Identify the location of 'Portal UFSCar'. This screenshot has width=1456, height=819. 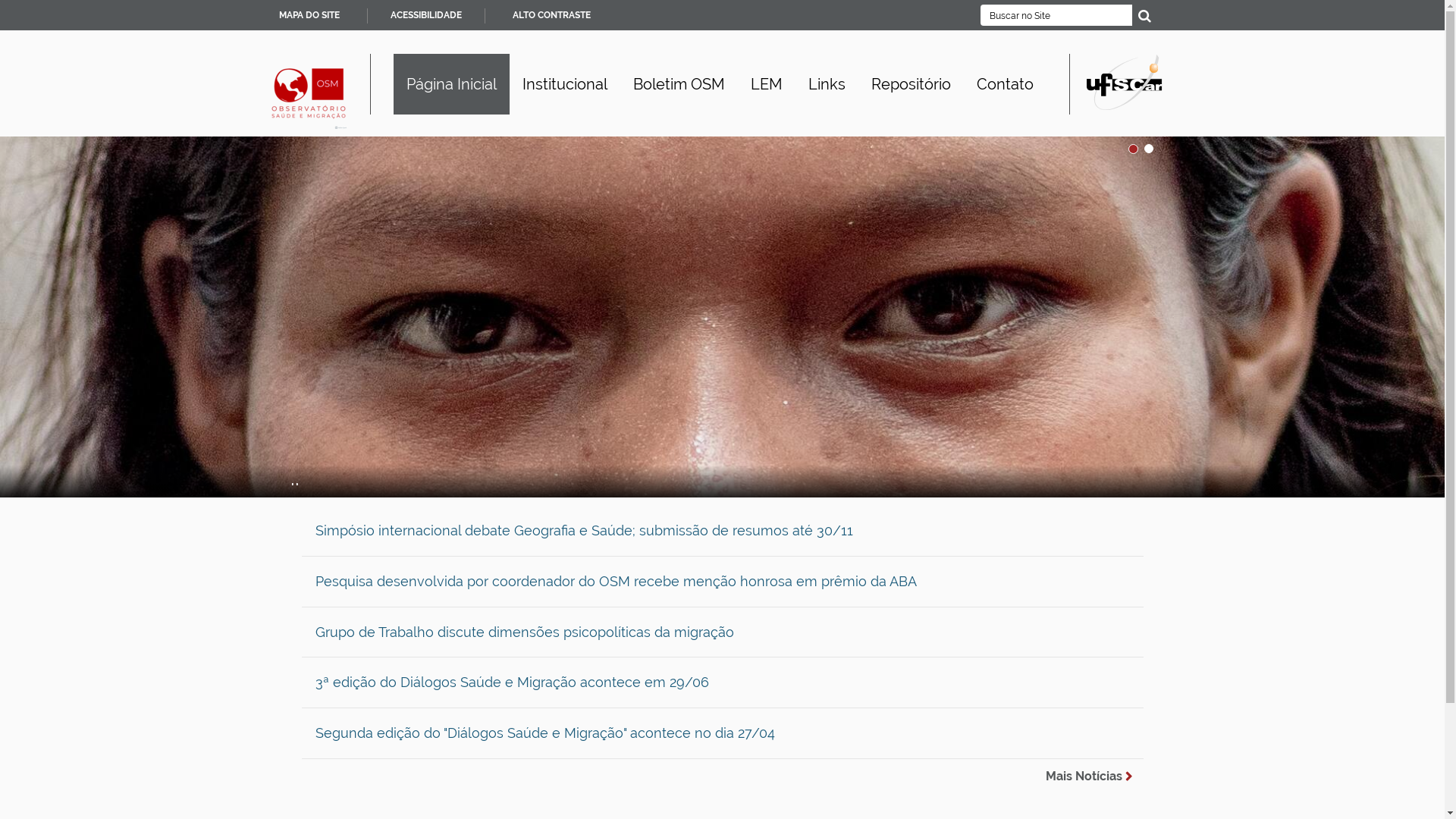
(1084, 81).